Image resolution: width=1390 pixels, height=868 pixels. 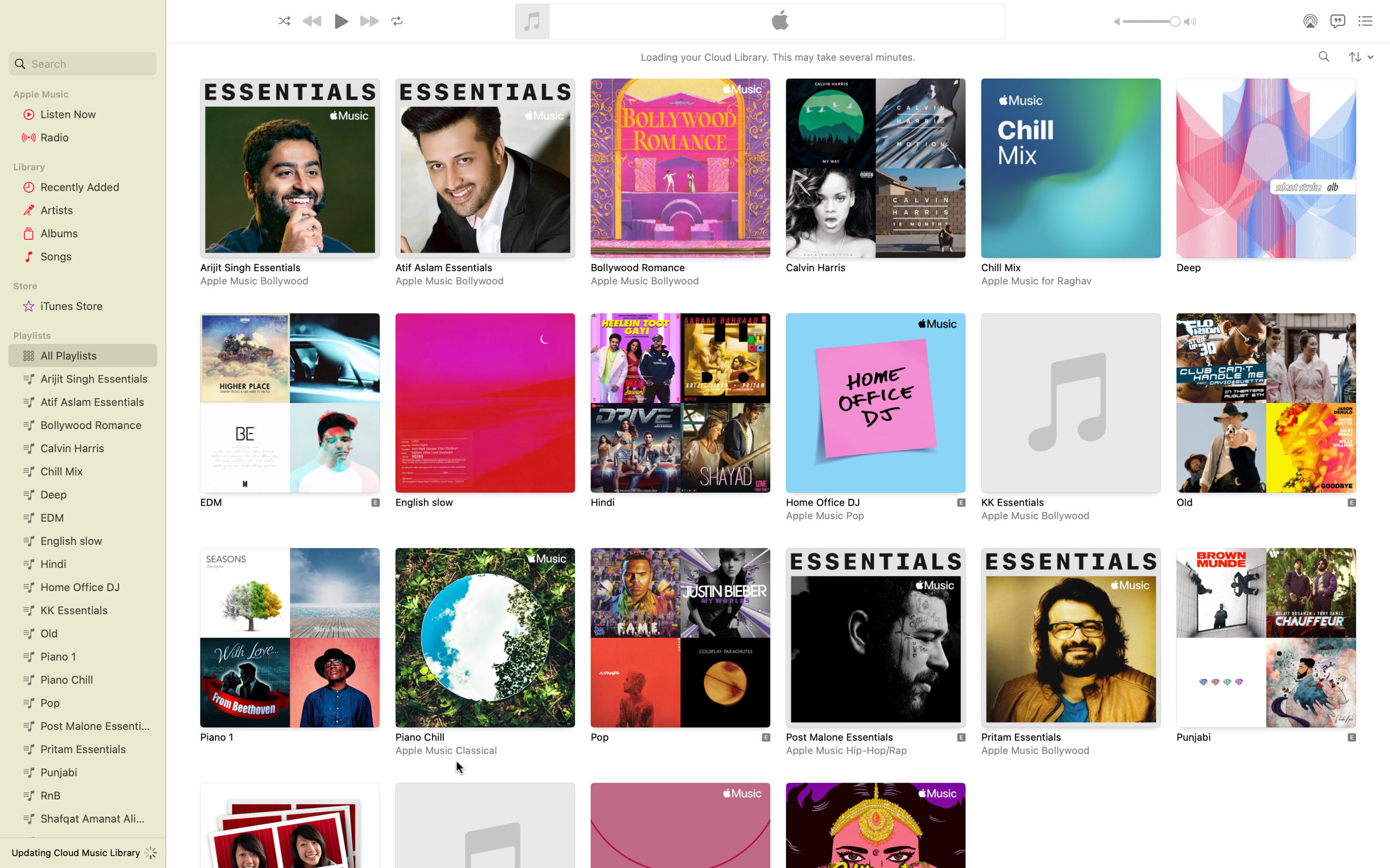 I want to click on the playlist Piano Chill, so click(x=486, y=654).